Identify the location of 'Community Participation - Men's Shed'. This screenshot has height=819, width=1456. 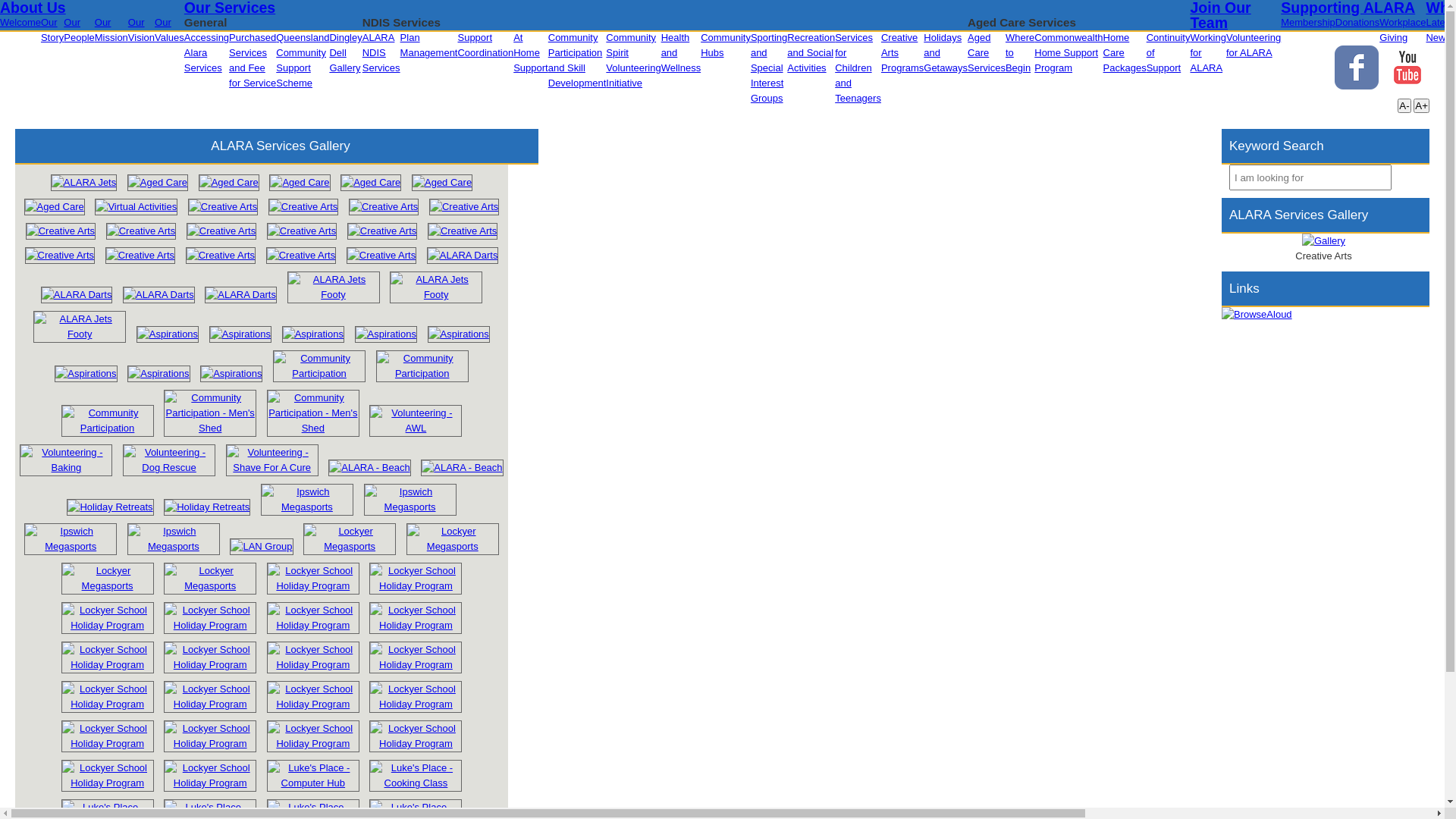
(209, 428).